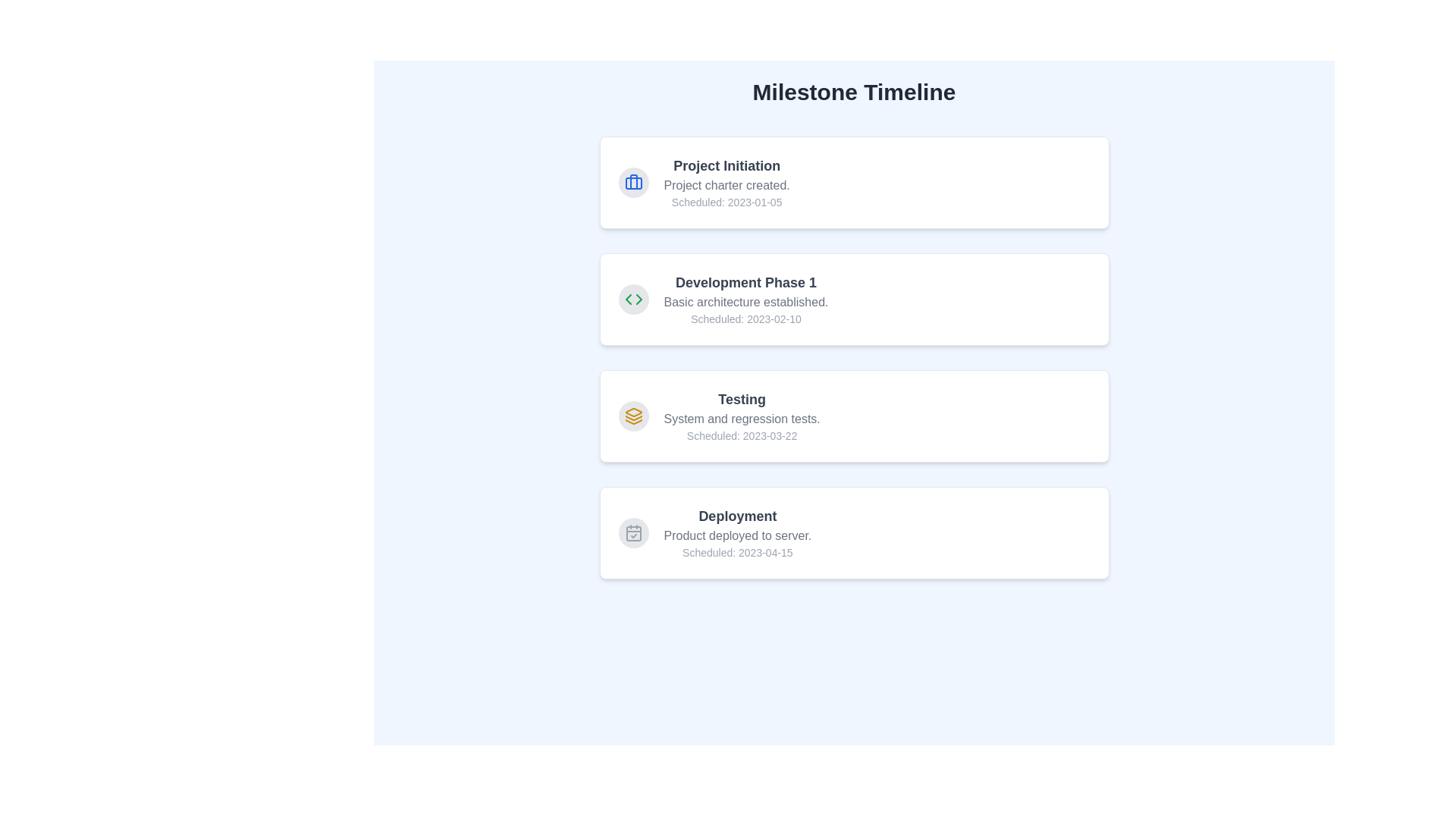  What do you see at coordinates (726, 181) in the screenshot?
I see `the text block displaying details of the 'Project Initiation' milestone within the first milestone card, which is adjacent to a briefcase icon` at bounding box center [726, 181].